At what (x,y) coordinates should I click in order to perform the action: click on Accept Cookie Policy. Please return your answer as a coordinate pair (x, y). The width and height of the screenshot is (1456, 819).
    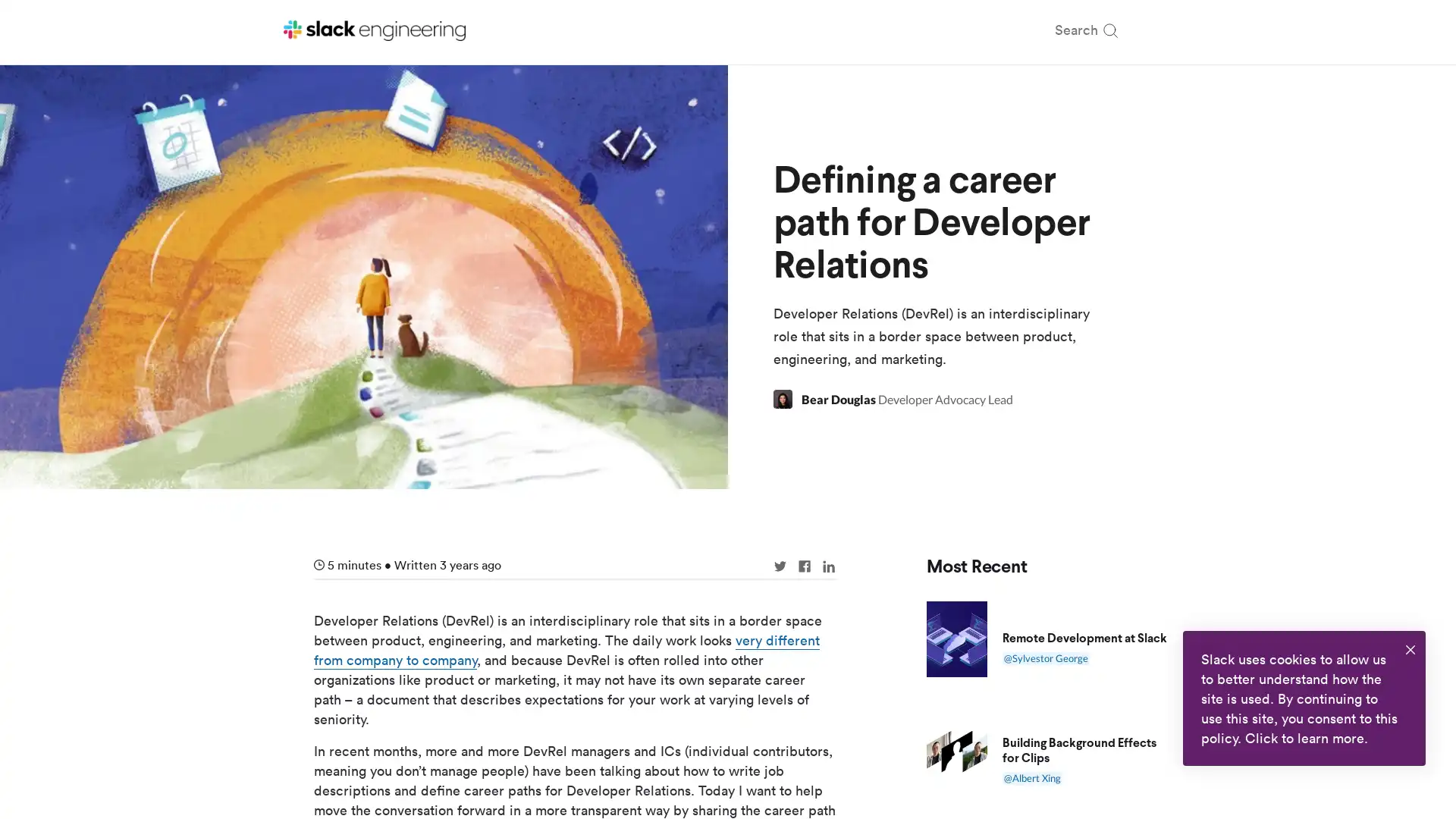
    Looking at the image, I should click on (1410, 649).